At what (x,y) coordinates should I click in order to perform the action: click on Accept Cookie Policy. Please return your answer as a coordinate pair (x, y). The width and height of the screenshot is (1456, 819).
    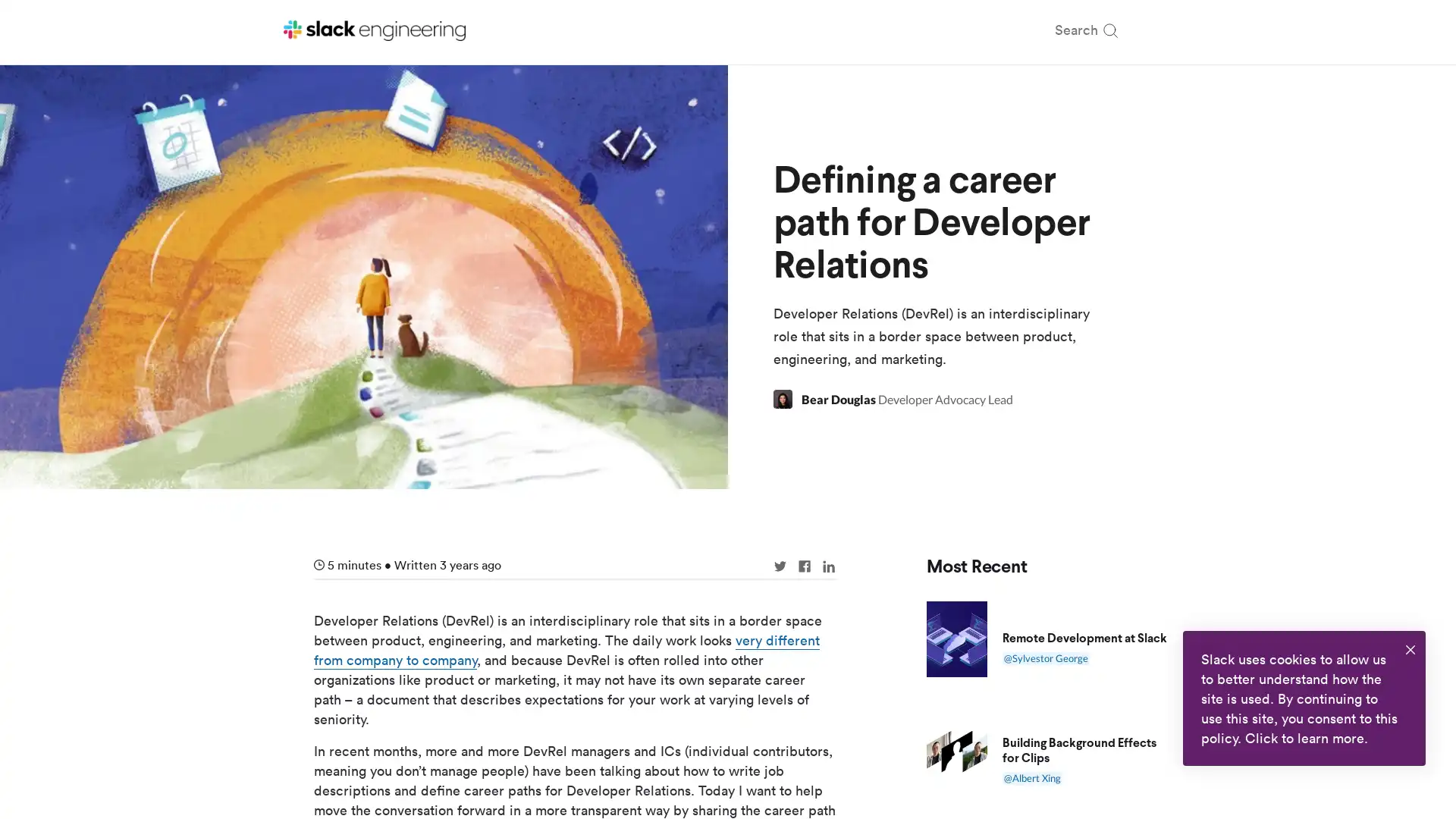
    Looking at the image, I should click on (1410, 649).